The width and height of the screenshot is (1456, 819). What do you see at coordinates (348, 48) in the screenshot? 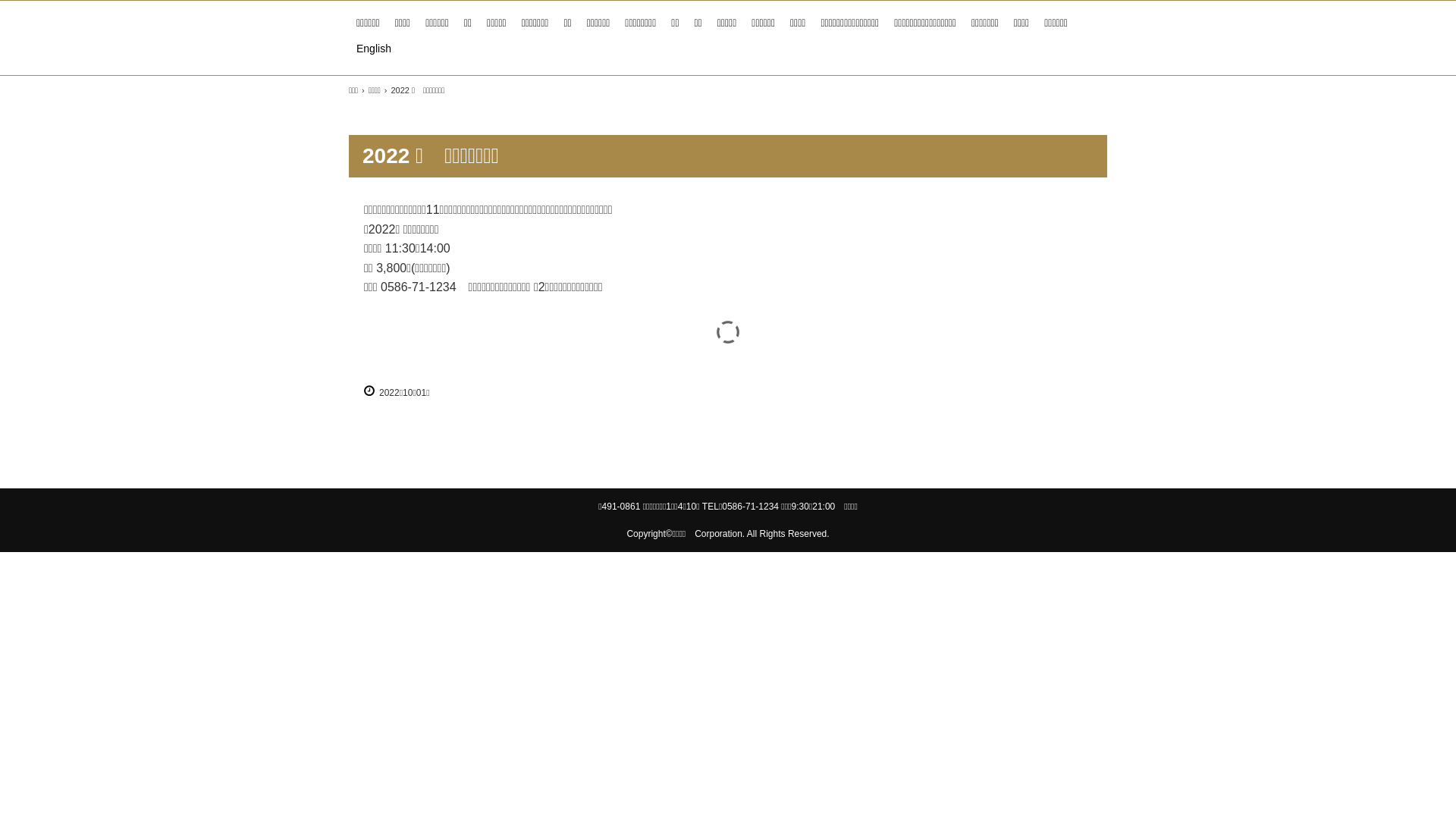
I see `'English'` at bounding box center [348, 48].